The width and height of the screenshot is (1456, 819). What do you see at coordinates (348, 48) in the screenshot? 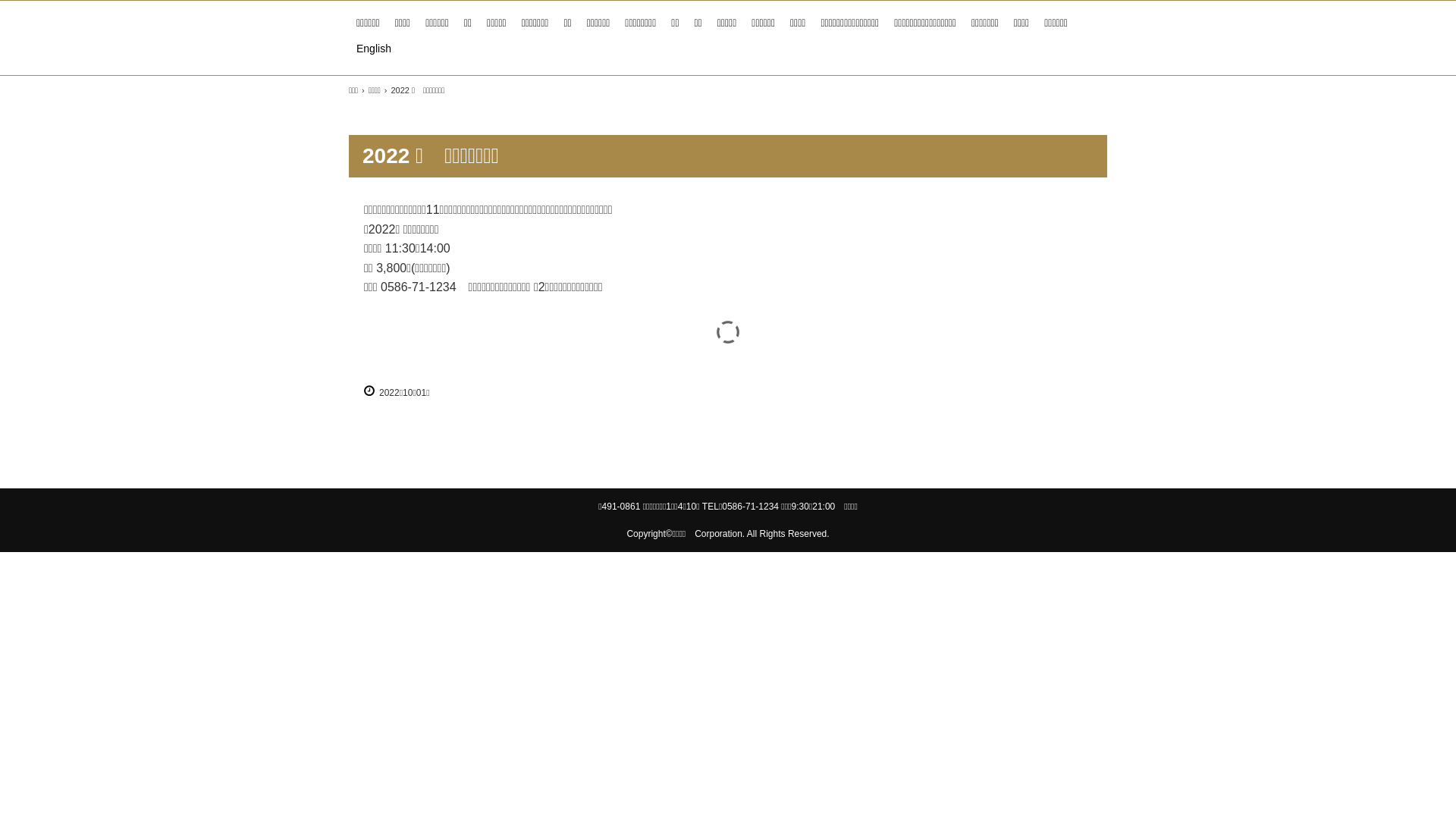
I see `'English'` at bounding box center [348, 48].